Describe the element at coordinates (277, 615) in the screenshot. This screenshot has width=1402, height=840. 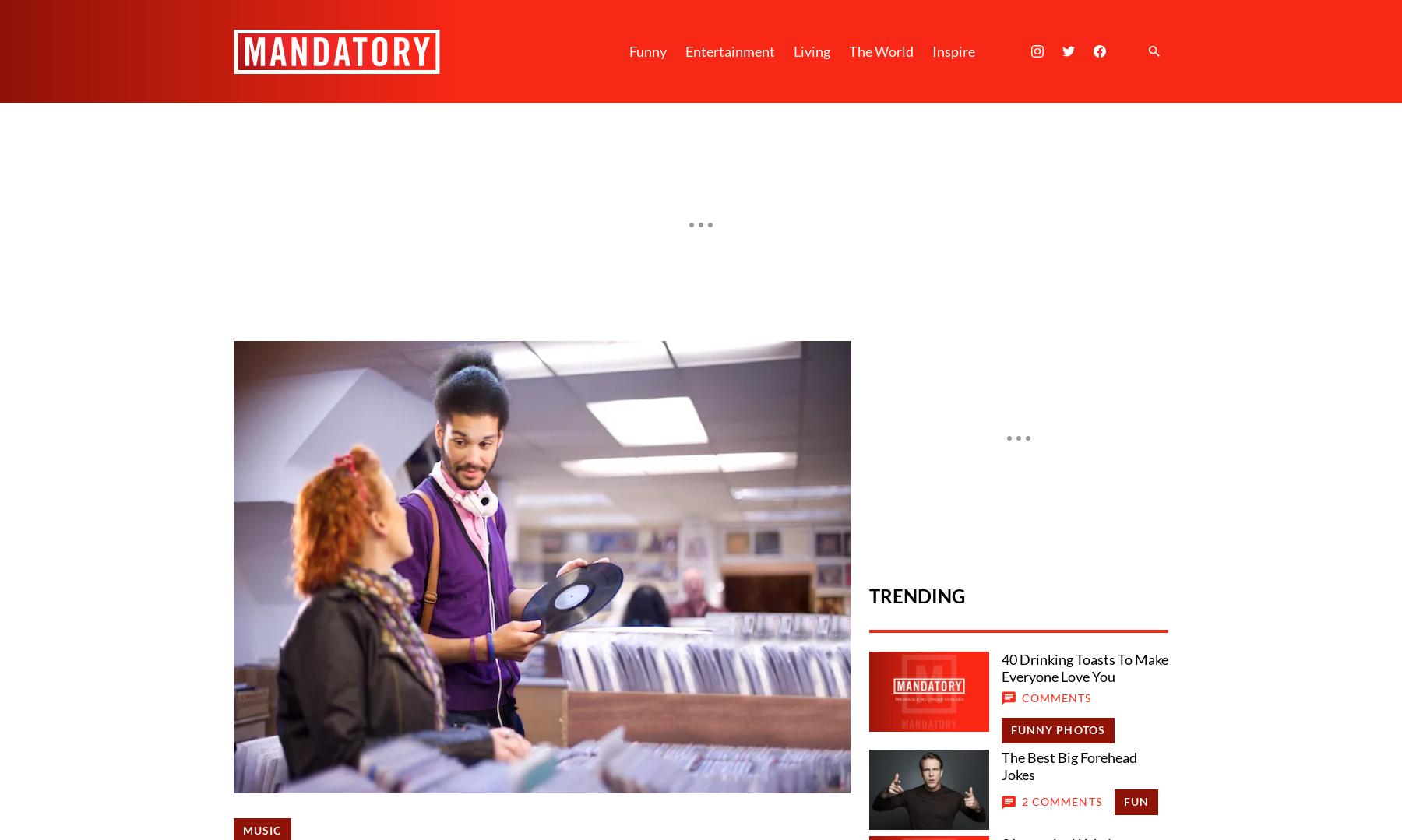
I see `'Musicians'` at that location.